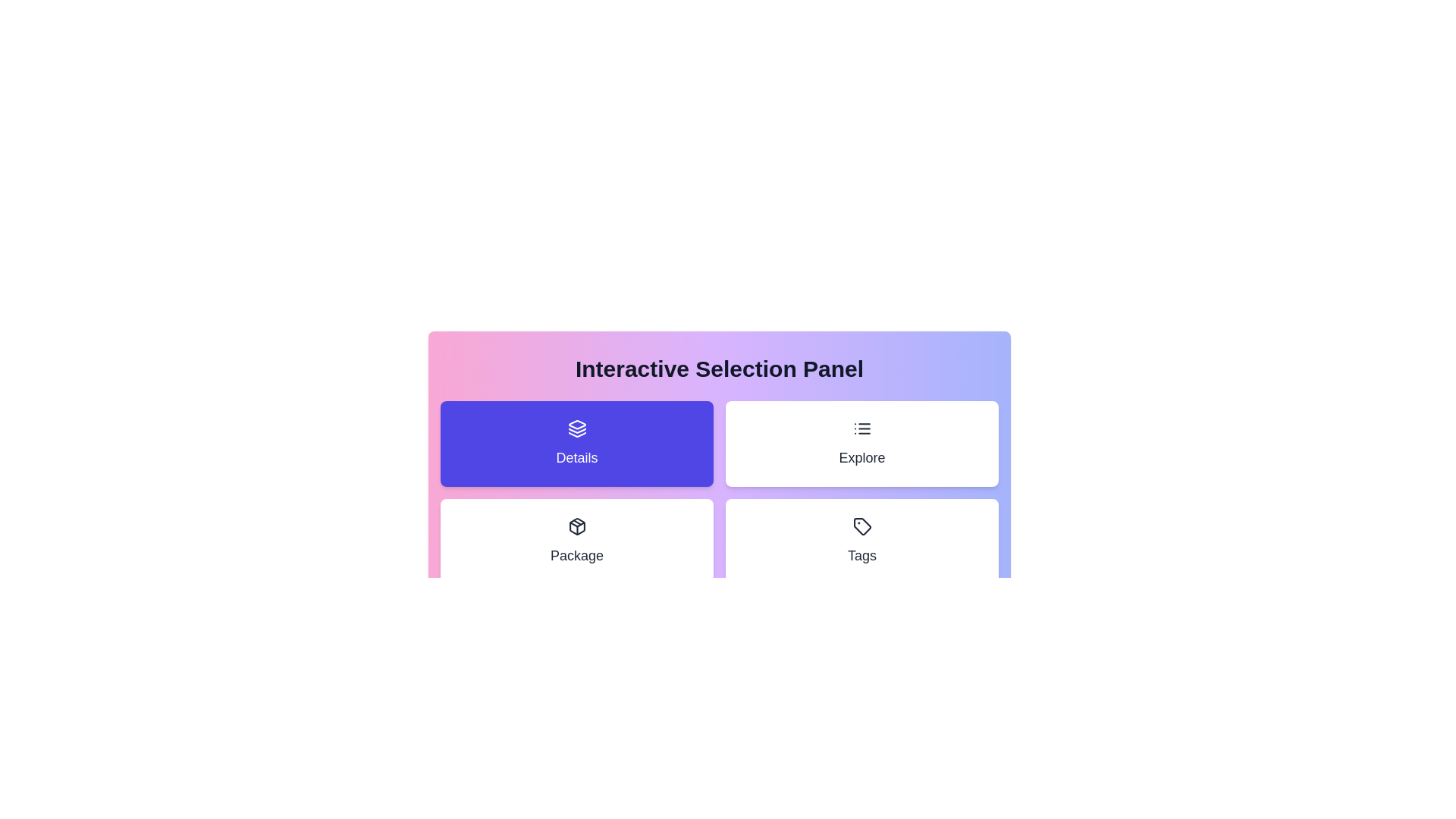 The height and width of the screenshot is (819, 1456). Describe the element at coordinates (576, 522) in the screenshot. I see `the top triangular section of the package icon located in the lower-left quadrant under the 'Package' label` at that location.